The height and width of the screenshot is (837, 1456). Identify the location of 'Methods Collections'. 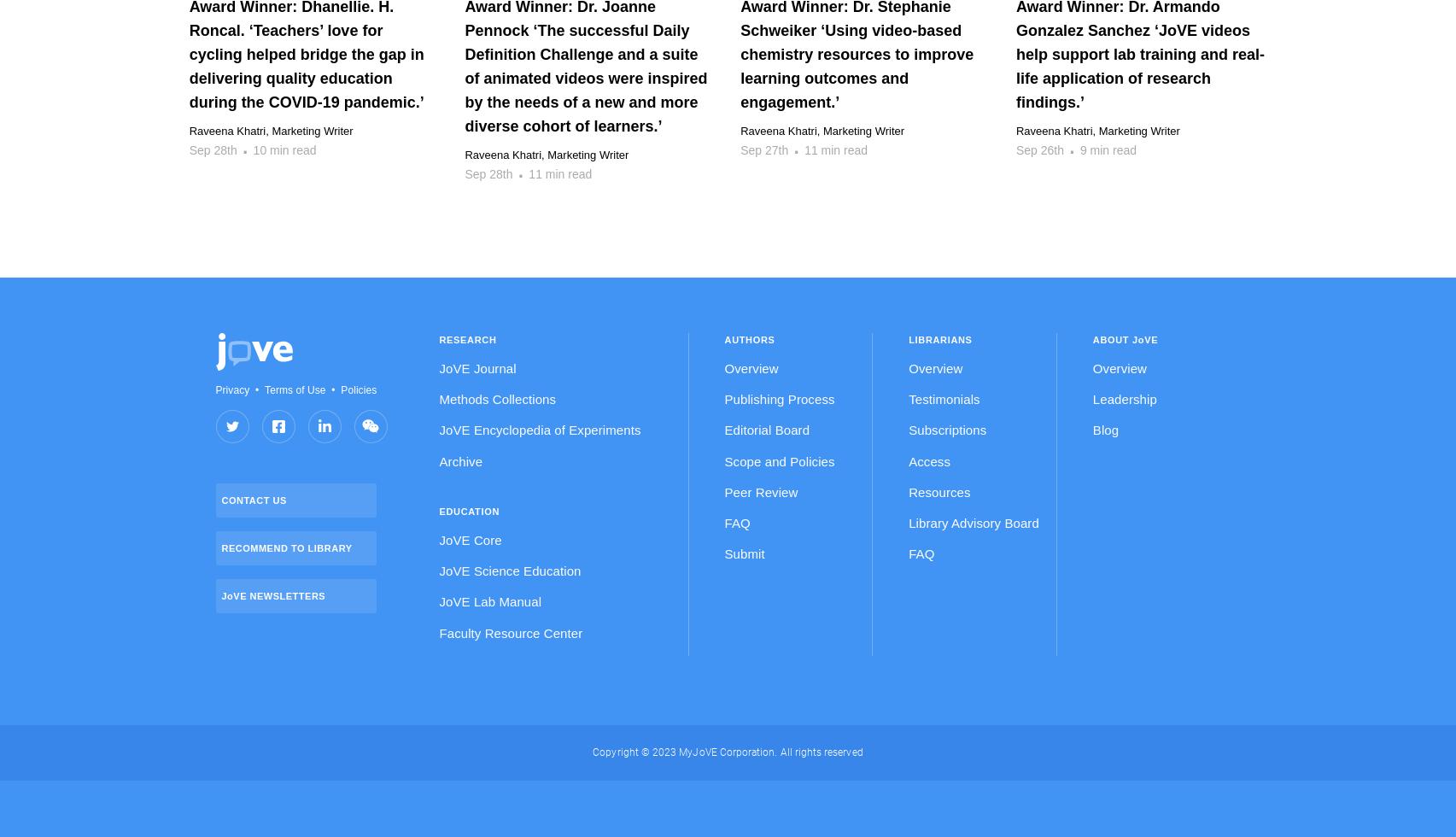
(497, 399).